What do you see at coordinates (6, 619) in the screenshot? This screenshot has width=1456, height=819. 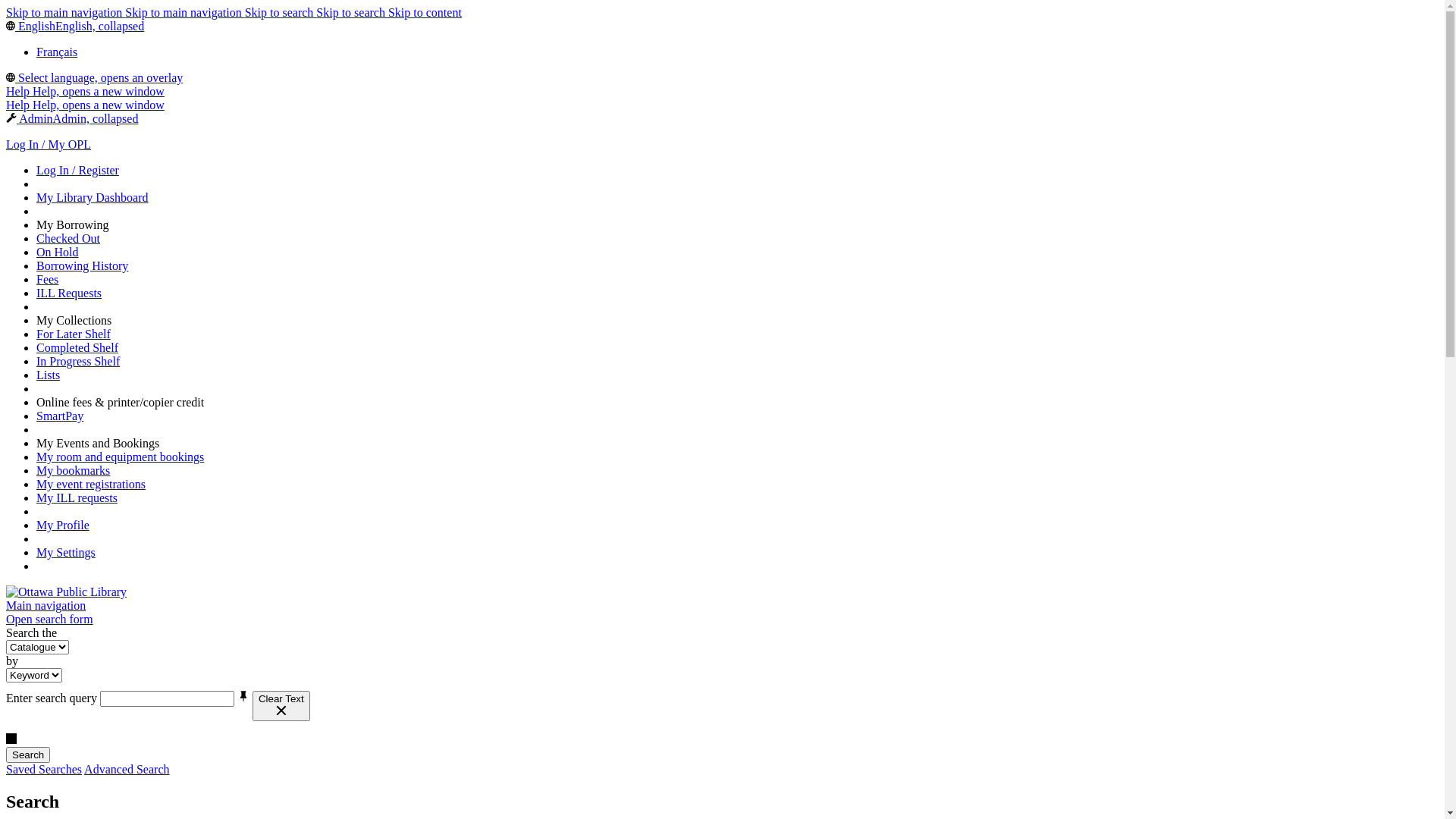 I see `'Open search form'` at bounding box center [6, 619].